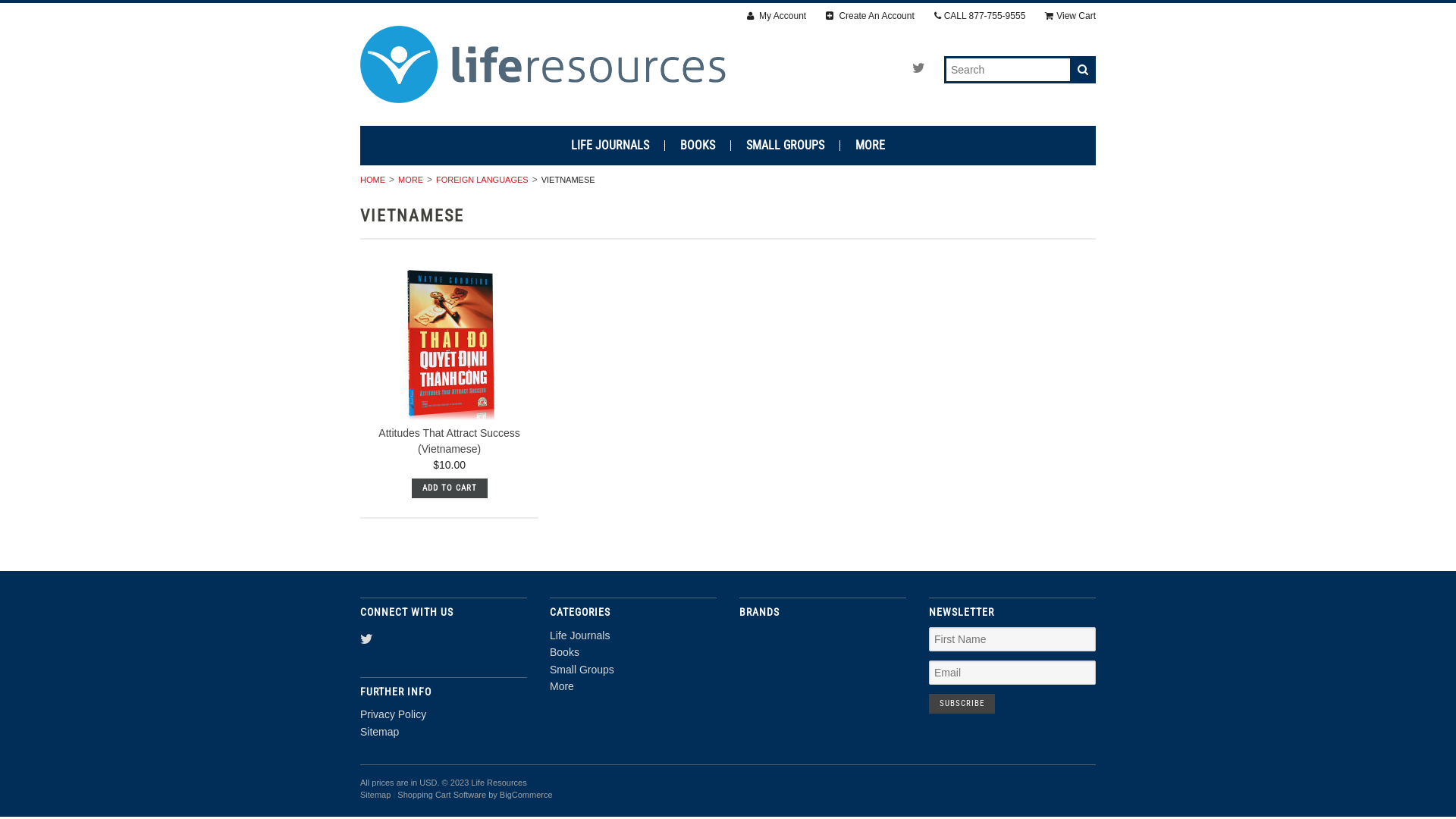 The image size is (1456, 819). What do you see at coordinates (579, 635) in the screenshot?
I see `'Life Journals'` at bounding box center [579, 635].